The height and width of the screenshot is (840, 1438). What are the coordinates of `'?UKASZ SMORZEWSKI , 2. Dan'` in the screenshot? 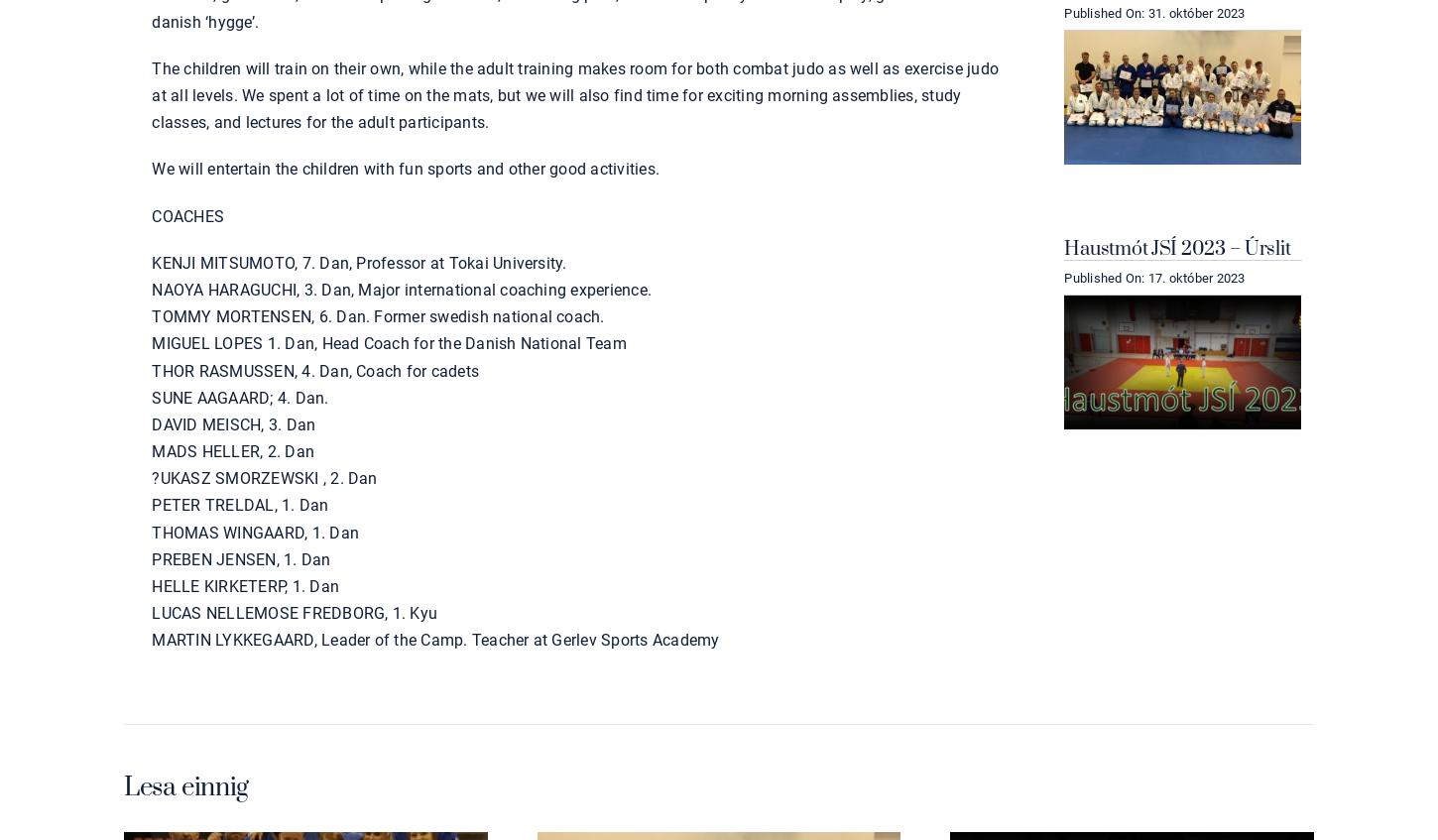 It's located at (264, 478).